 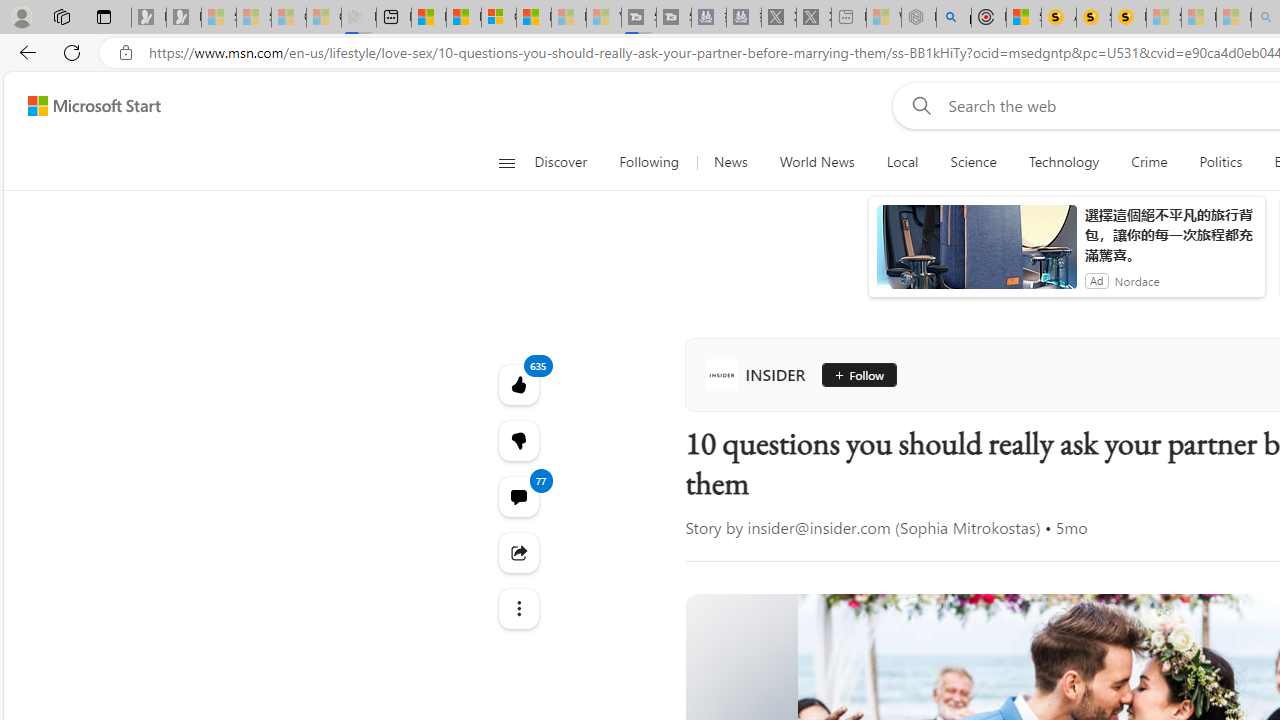 What do you see at coordinates (916, 105) in the screenshot?
I see `'Web search'` at bounding box center [916, 105].